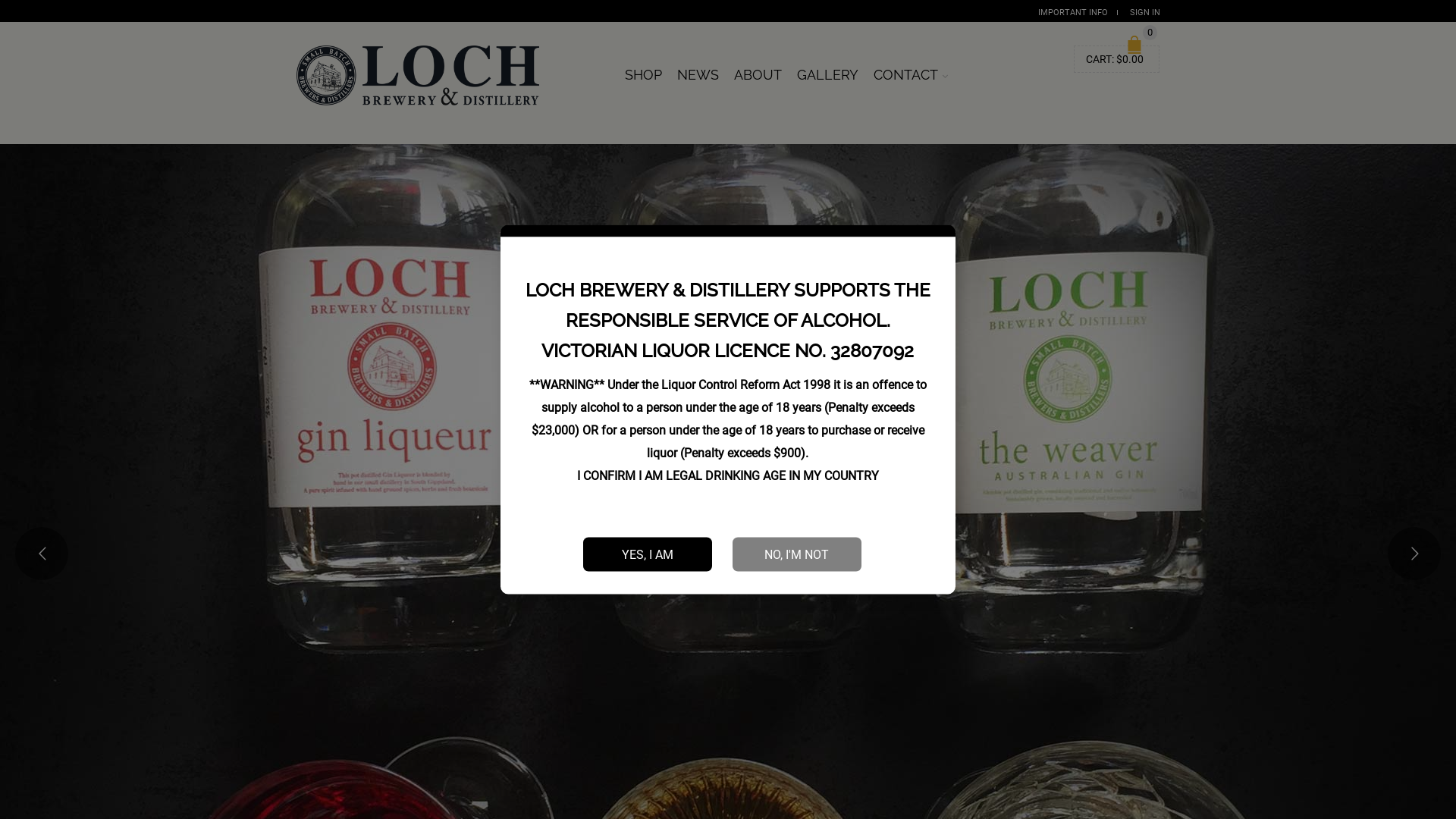 The image size is (1456, 819). Describe the element at coordinates (962, 67) in the screenshot. I see `'BOOKINGS'` at that location.